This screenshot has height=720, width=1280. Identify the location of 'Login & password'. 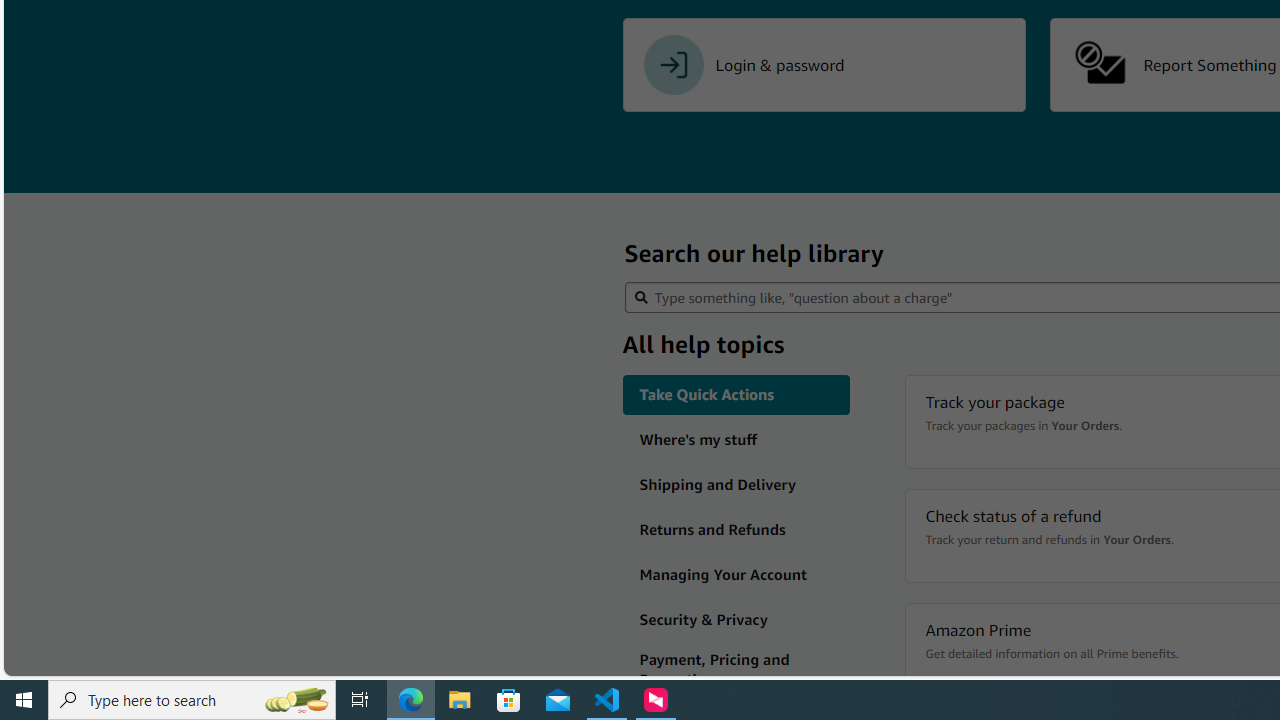
(824, 64).